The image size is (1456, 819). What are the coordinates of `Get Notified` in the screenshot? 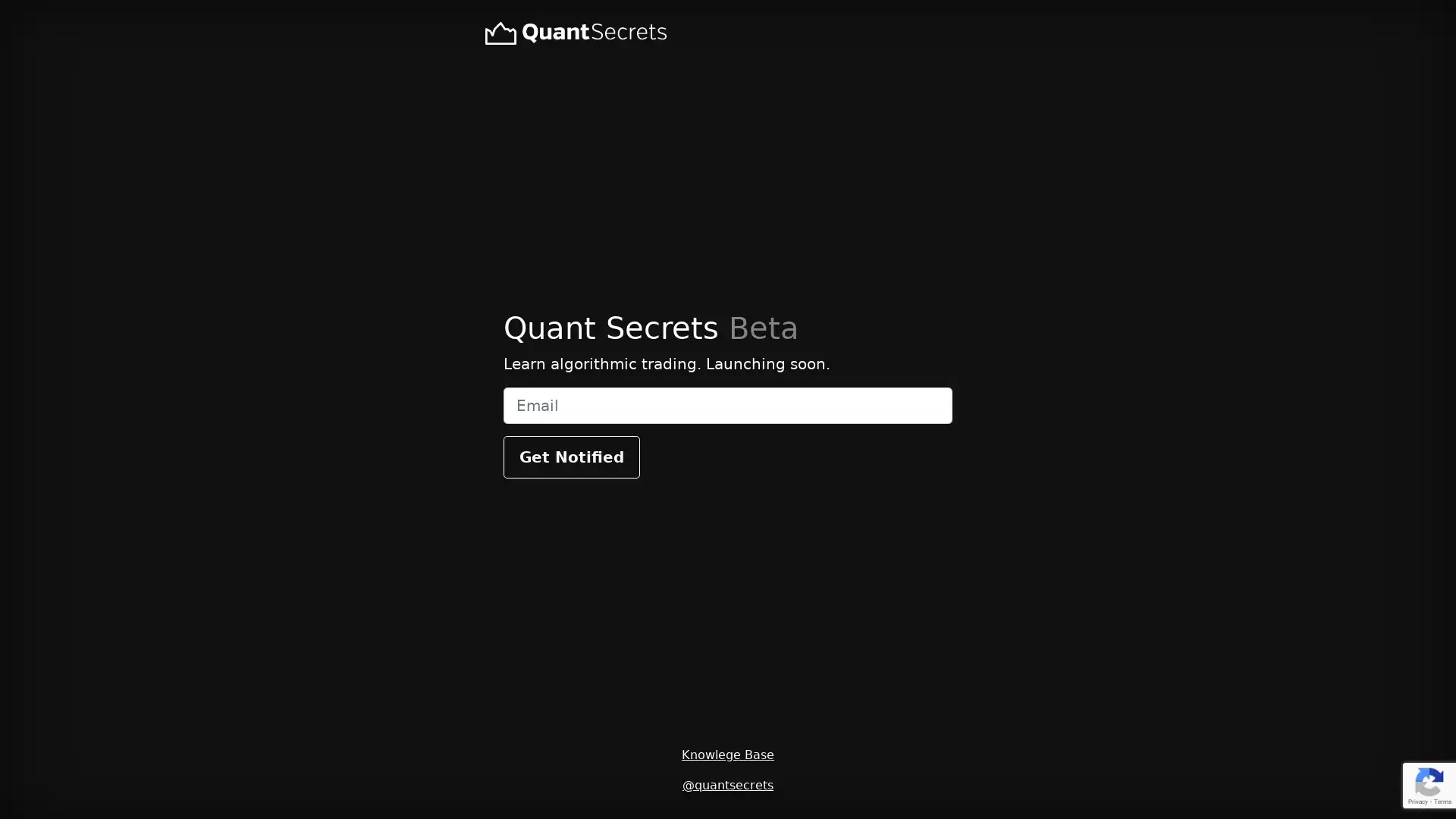 It's located at (570, 456).